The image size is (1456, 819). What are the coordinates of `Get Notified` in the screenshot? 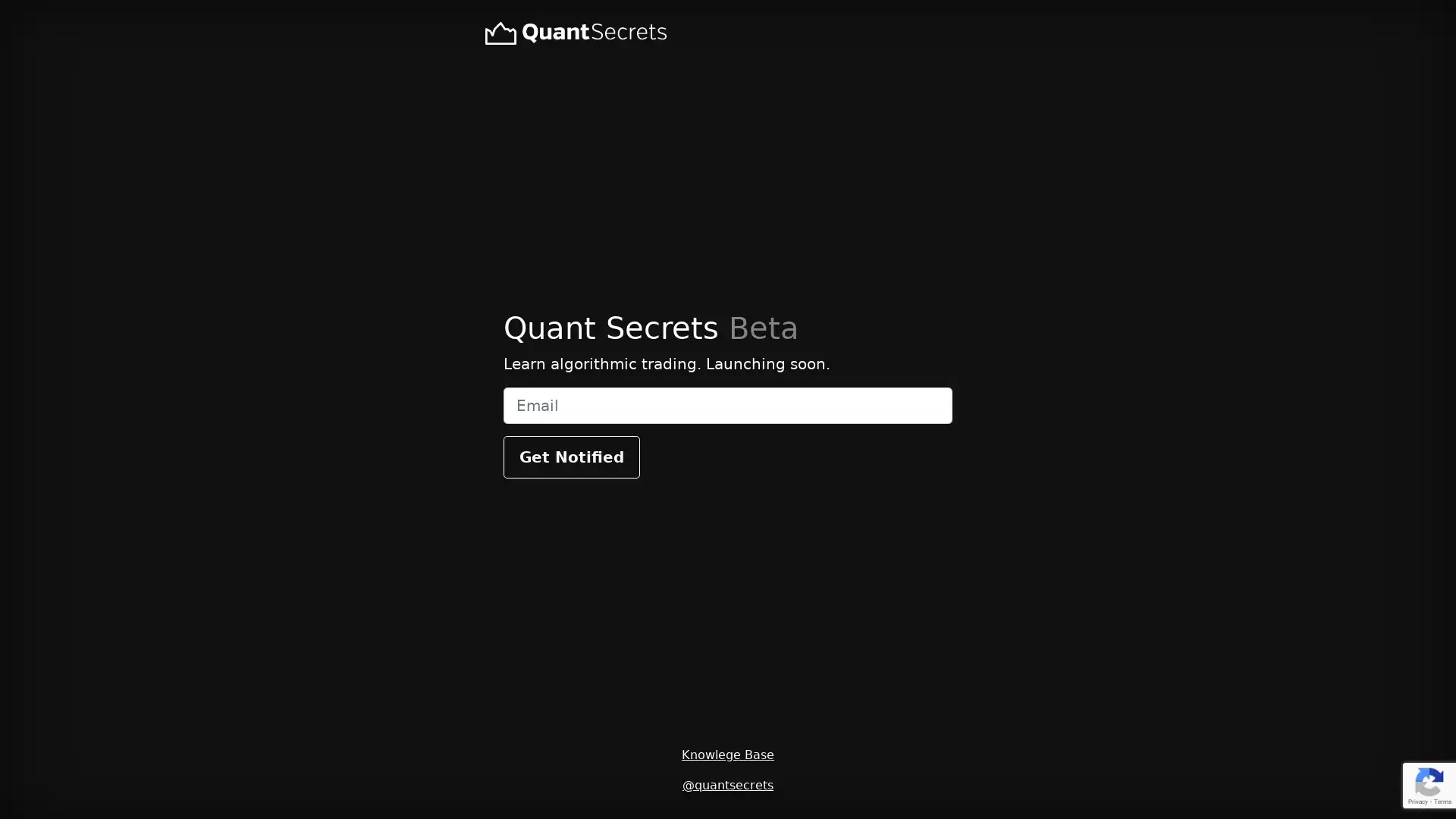 It's located at (570, 456).